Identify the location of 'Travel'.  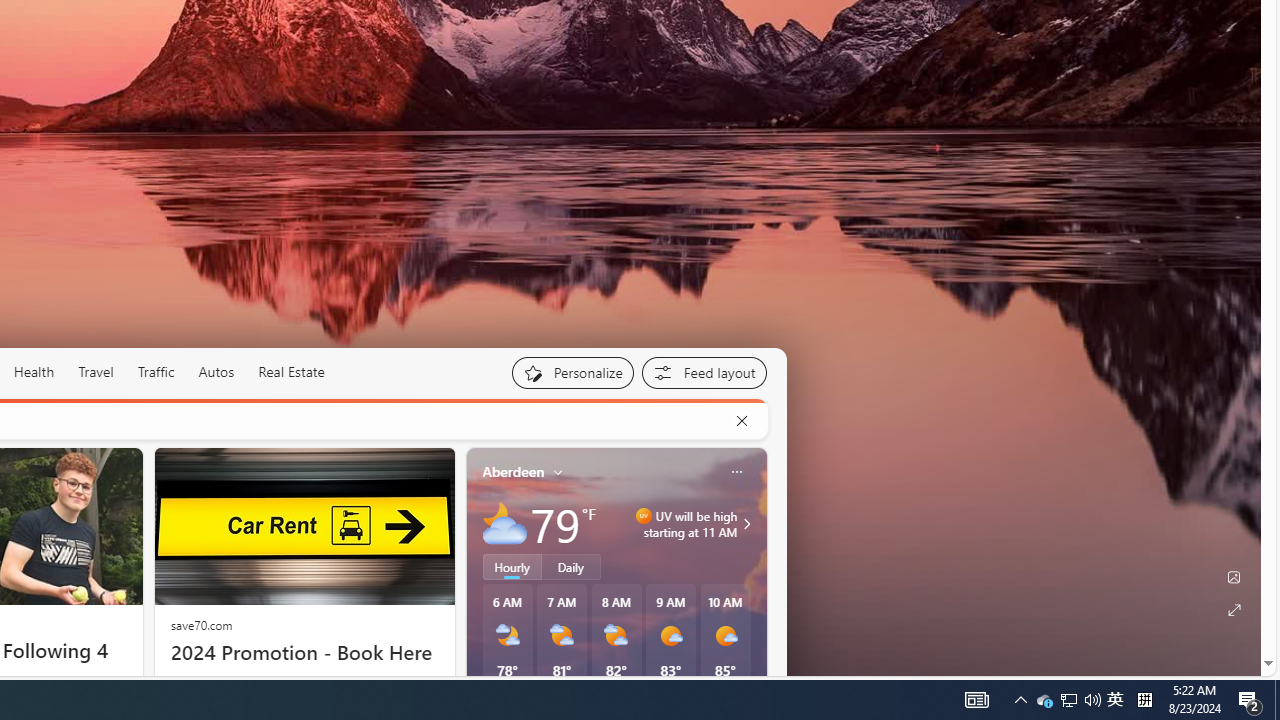
(95, 372).